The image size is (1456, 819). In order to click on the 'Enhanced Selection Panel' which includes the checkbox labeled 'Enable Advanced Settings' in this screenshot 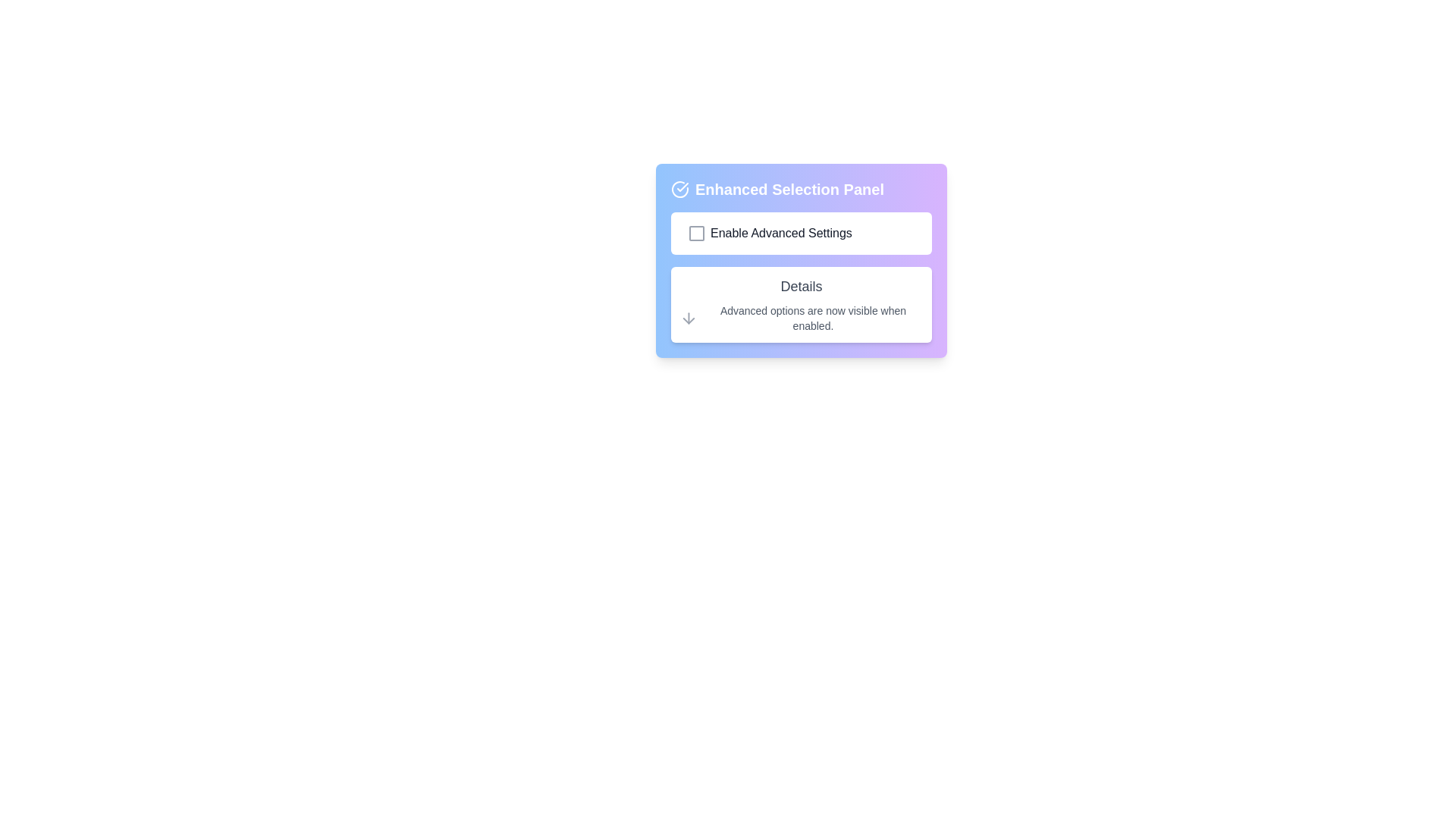, I will do `click(800, 259)`.